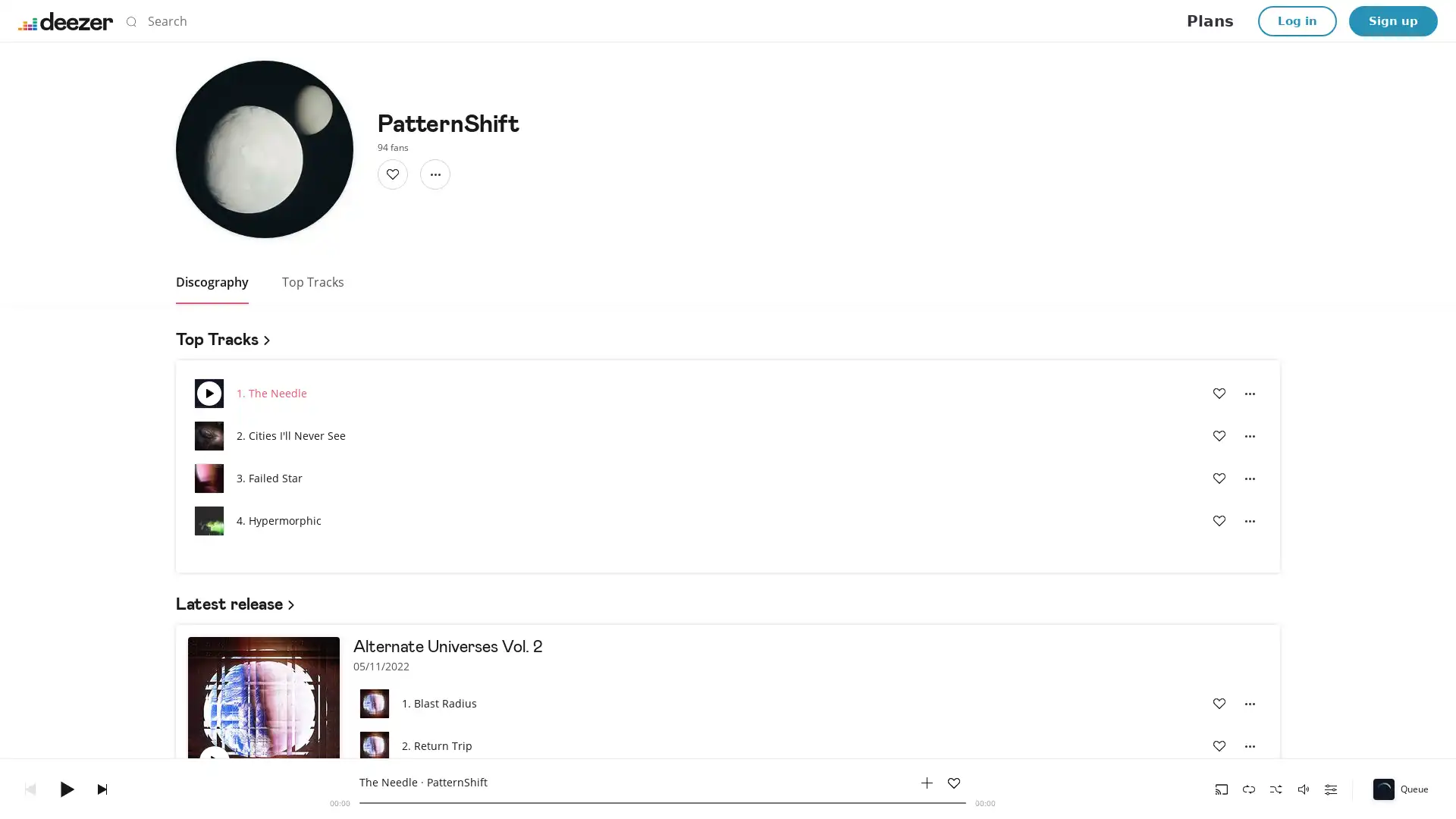 This screenshot has height=819, width=1456. Describe the element at coordinates (1276, 788) in the screenshot. I see `Turn on Shuffle` at that location.